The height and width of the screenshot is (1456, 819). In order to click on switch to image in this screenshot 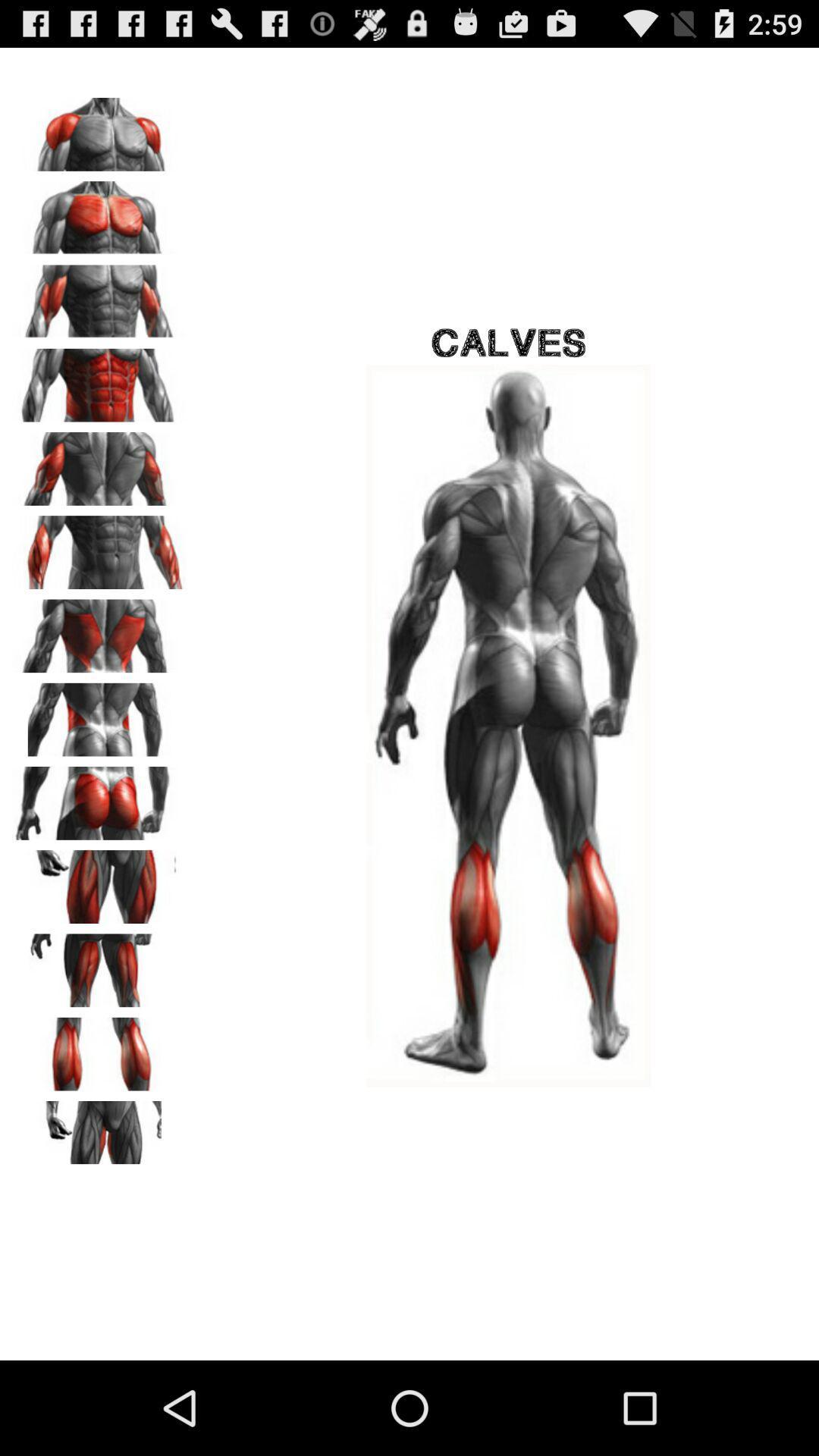, I will do `click(99, 380)`.